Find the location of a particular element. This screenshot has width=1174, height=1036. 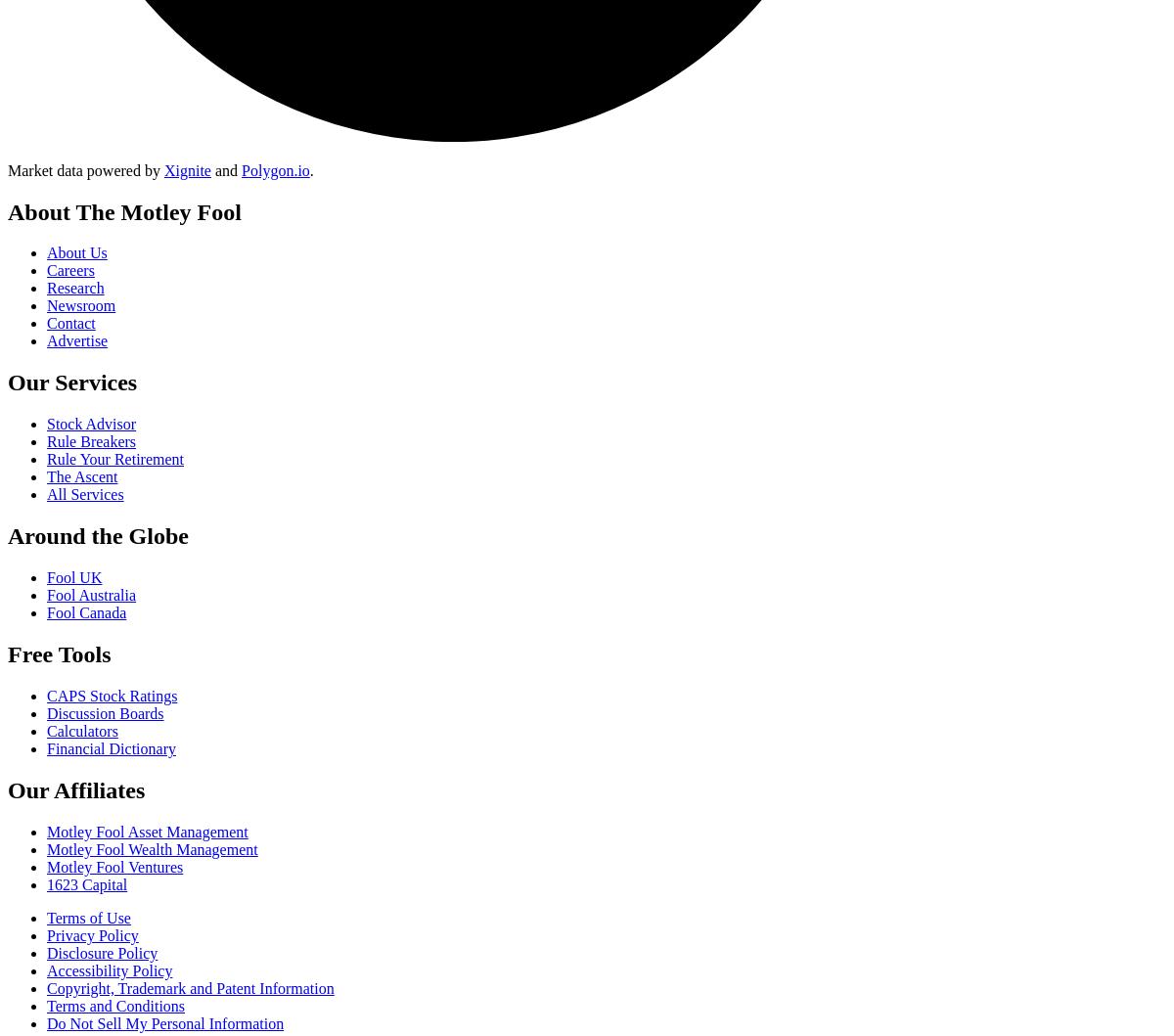

'.' is located at coordinates (311, 168).